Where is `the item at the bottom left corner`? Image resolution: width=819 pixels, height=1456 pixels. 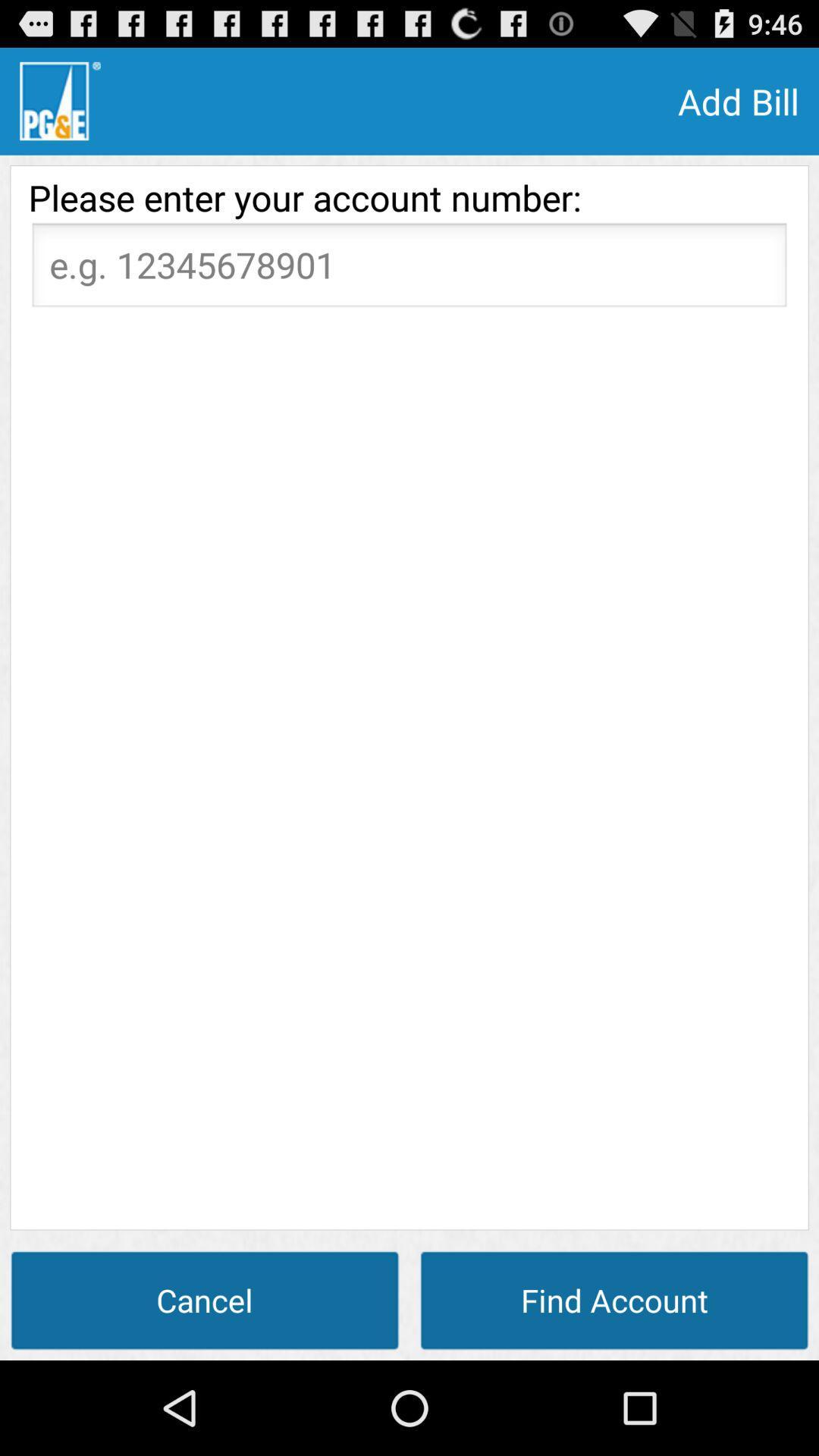
the item at the bottom left corner is located at coordinates (205, 1299).